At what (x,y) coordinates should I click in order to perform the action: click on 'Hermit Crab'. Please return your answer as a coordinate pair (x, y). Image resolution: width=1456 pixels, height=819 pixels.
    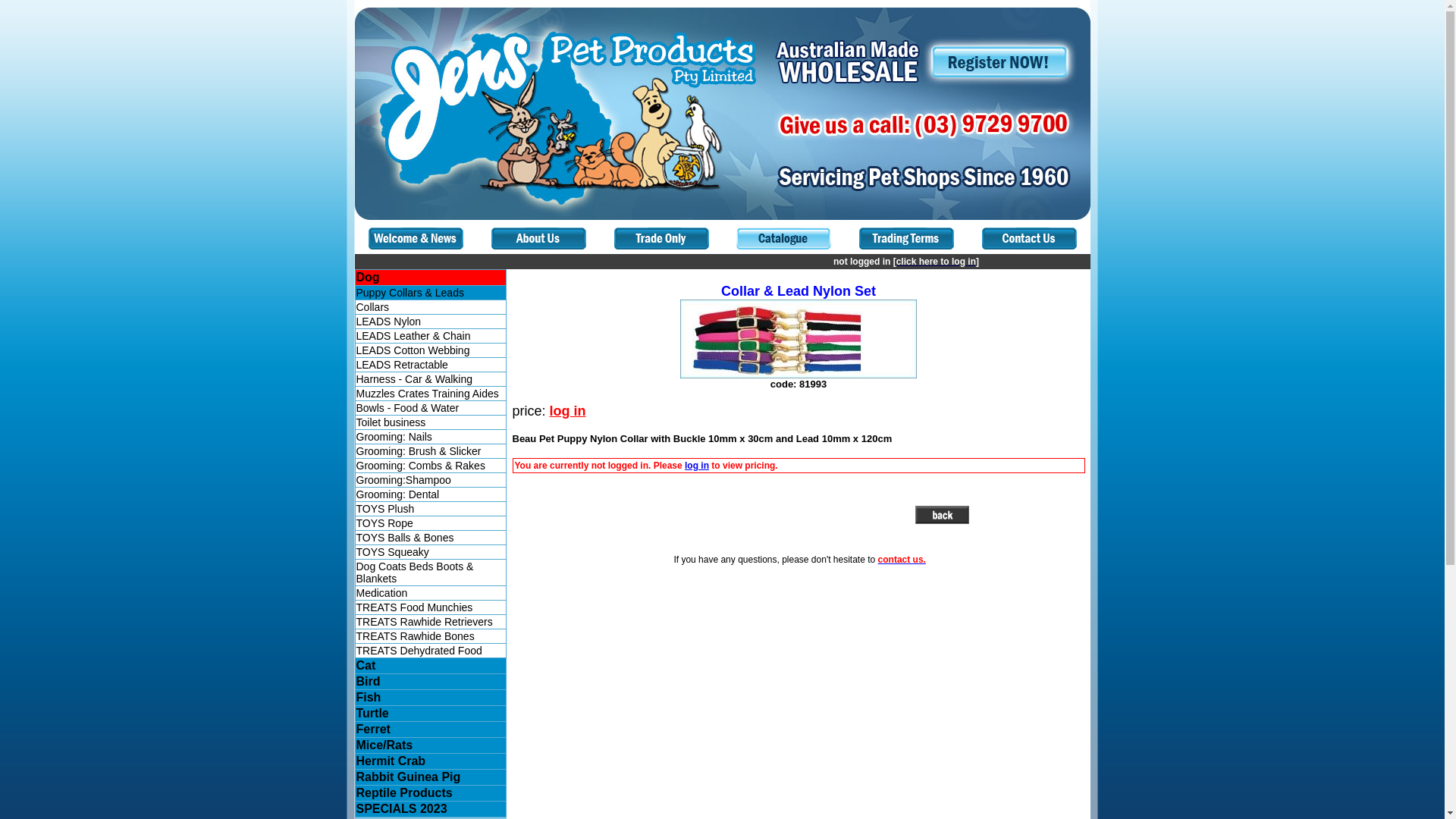
    Looking at the image, I should click on (428, 761).